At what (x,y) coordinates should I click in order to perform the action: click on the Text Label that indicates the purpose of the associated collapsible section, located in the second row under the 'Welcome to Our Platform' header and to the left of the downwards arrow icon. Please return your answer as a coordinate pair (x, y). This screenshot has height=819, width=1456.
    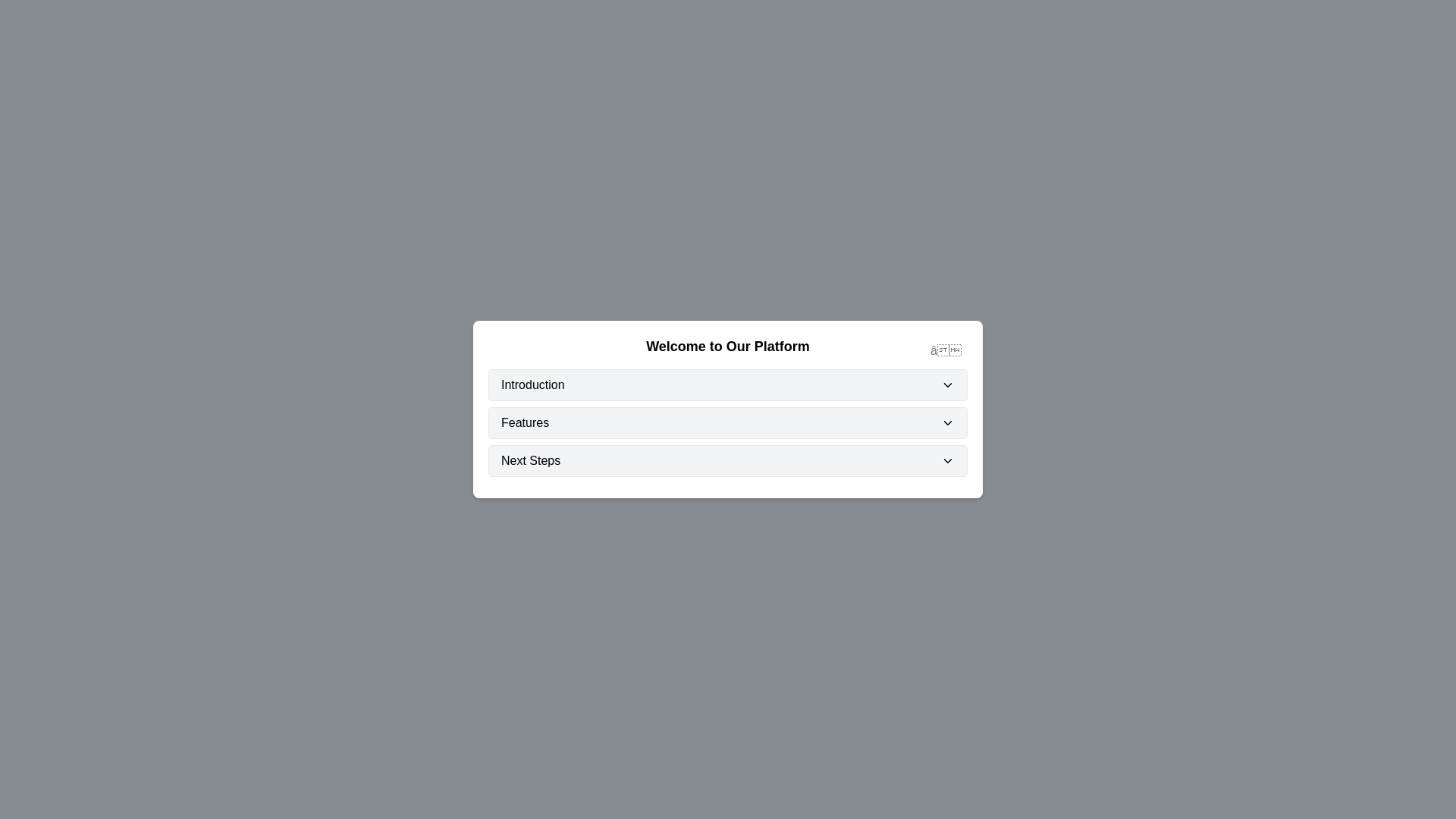
    Looking at the image, I should click on (525, 423).